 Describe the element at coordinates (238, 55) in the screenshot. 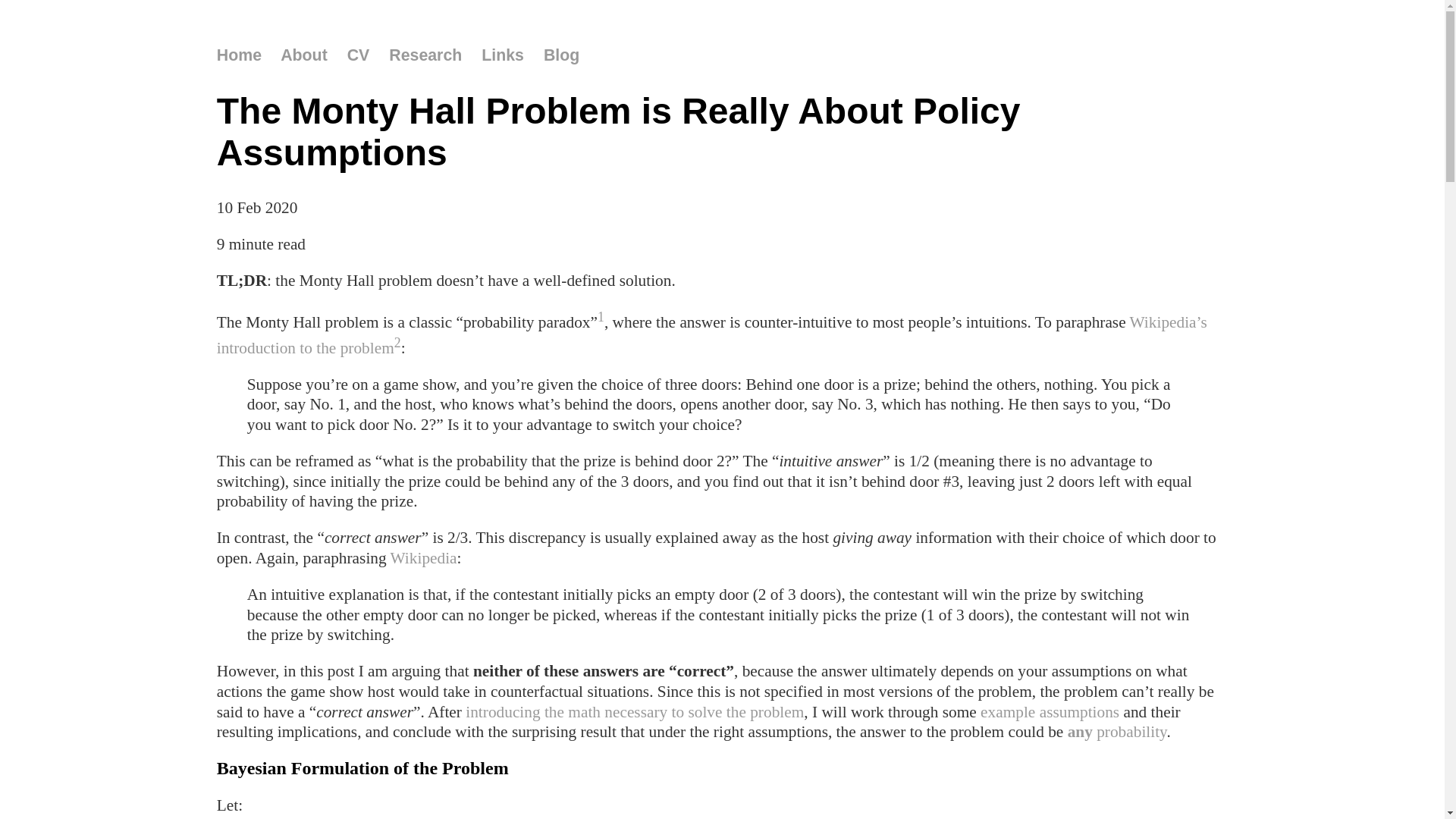

I see `'Home'` at that location.